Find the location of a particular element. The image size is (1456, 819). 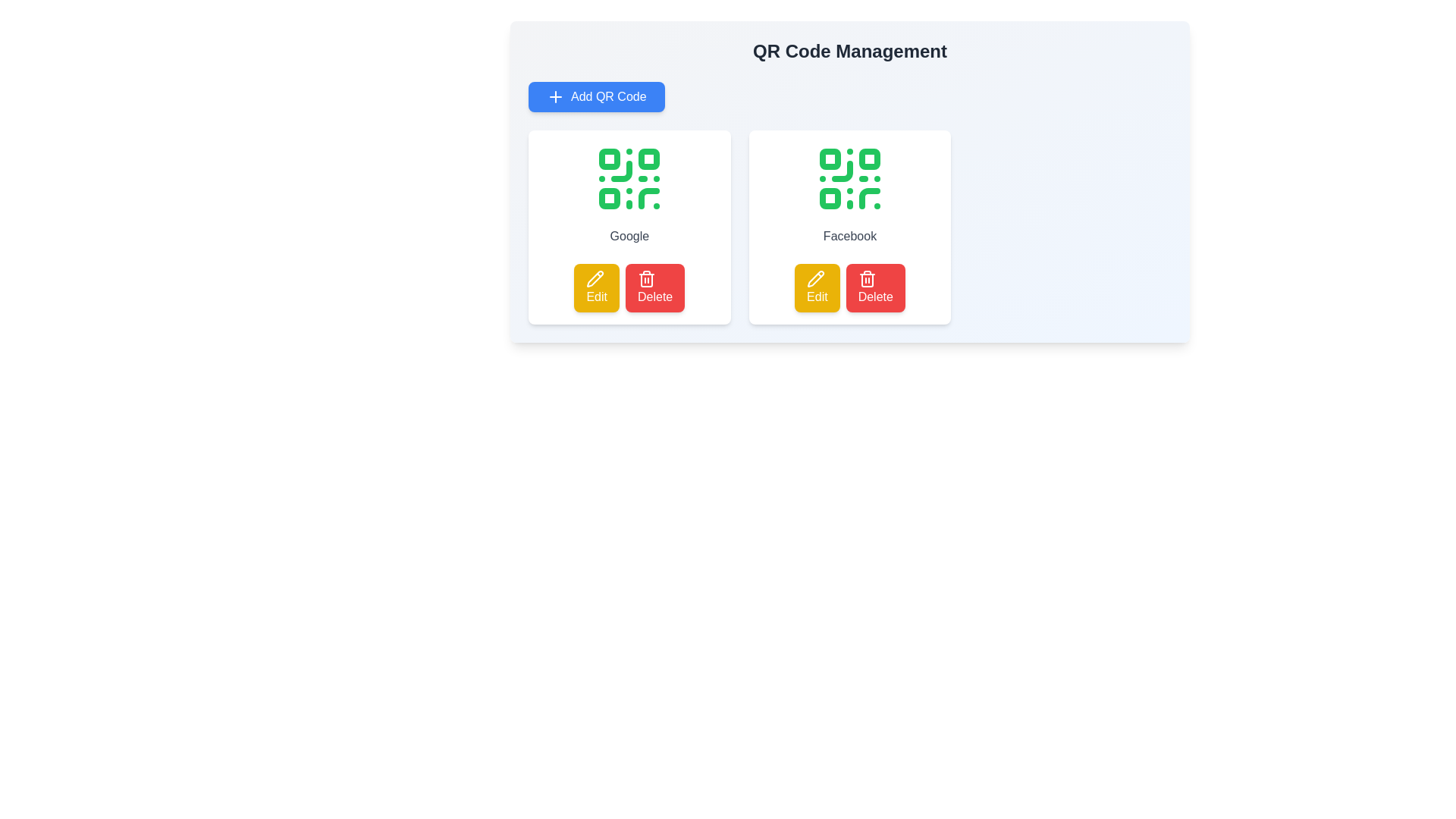

the trash bin icon within the 'Delete' button located in the lower-right section of the second item in the grid under 'QR Code Management' is located at coordinates (867, 278).